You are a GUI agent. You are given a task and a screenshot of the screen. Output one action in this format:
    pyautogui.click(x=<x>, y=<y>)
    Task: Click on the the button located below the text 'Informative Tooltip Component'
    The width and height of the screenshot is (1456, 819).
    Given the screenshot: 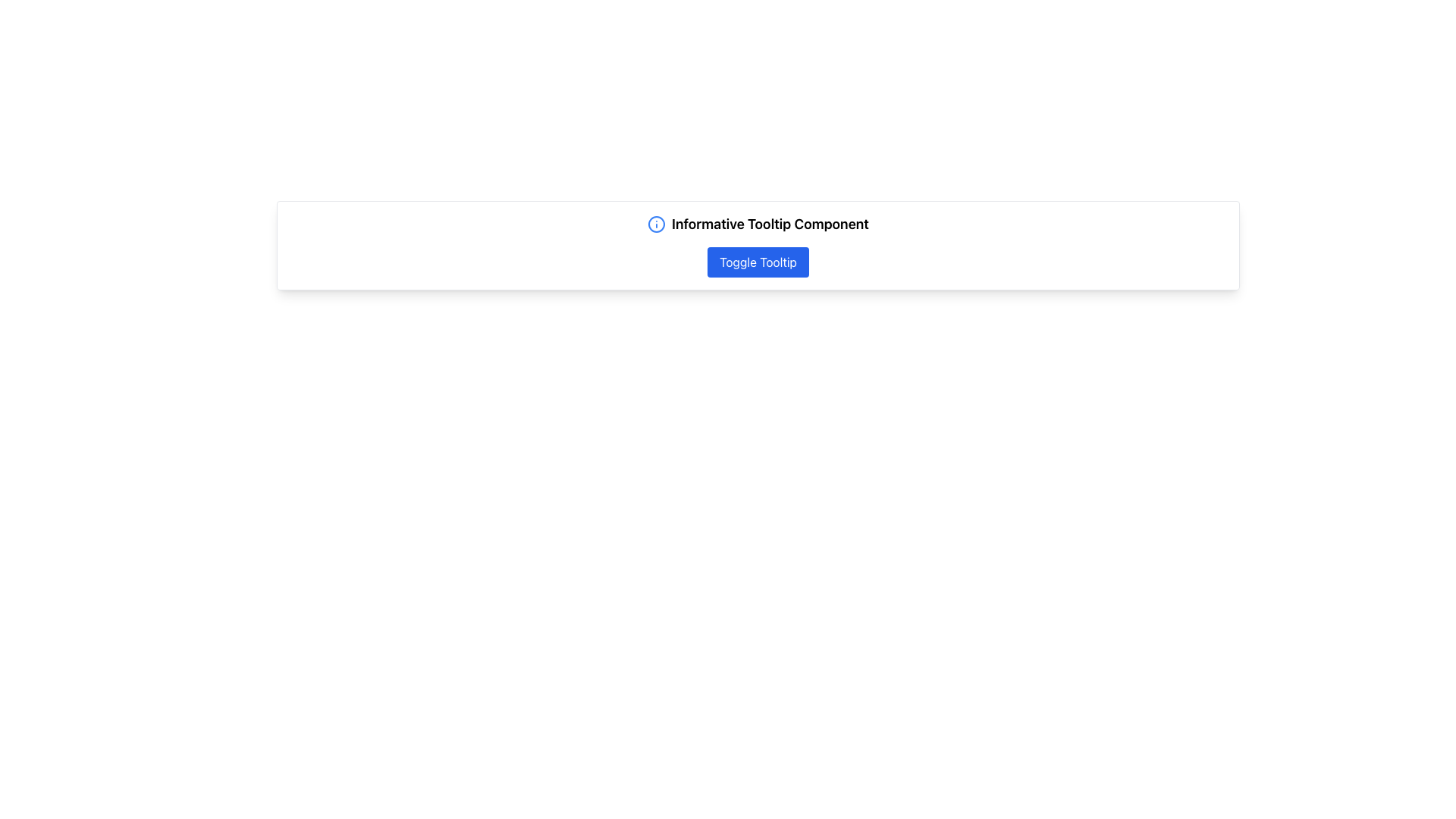 What is the action you would take?
    pyautogui.click(x=758, y=262)
    